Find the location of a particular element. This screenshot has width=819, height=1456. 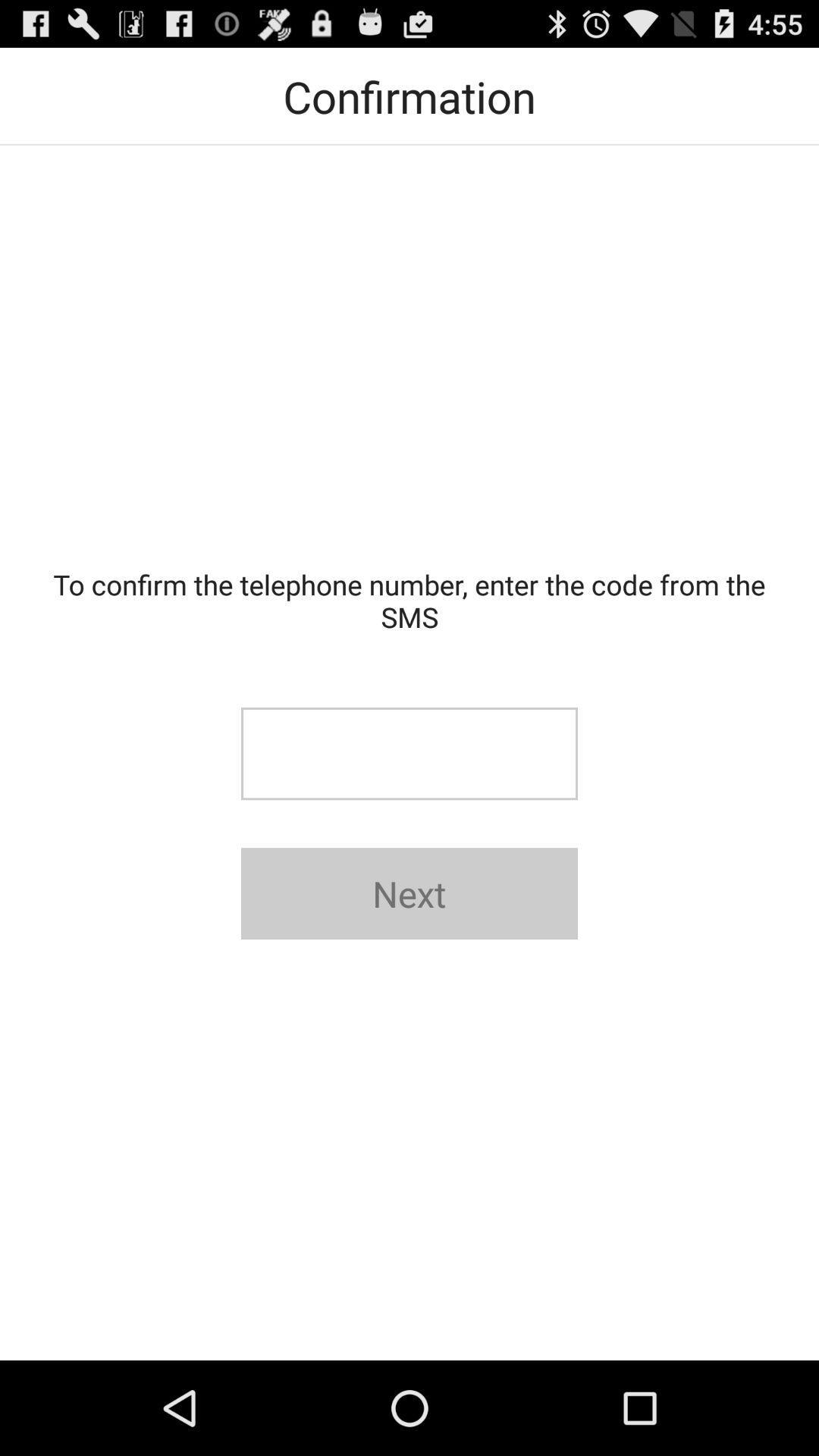

text on sms is located at coordinates (409, 754).